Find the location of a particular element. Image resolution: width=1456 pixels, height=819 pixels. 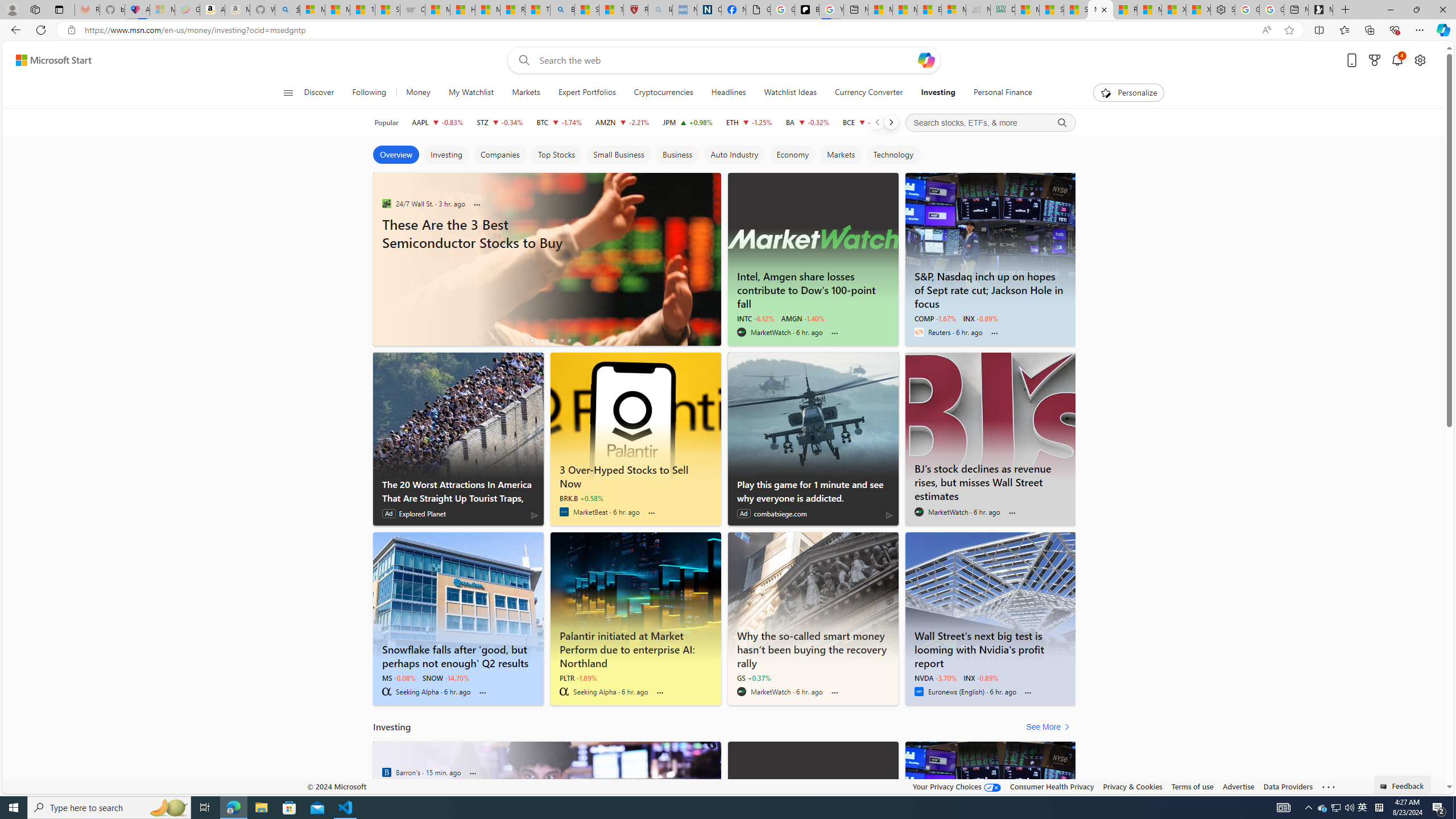

'Data Providers' is located at coordinates (1288, 786).